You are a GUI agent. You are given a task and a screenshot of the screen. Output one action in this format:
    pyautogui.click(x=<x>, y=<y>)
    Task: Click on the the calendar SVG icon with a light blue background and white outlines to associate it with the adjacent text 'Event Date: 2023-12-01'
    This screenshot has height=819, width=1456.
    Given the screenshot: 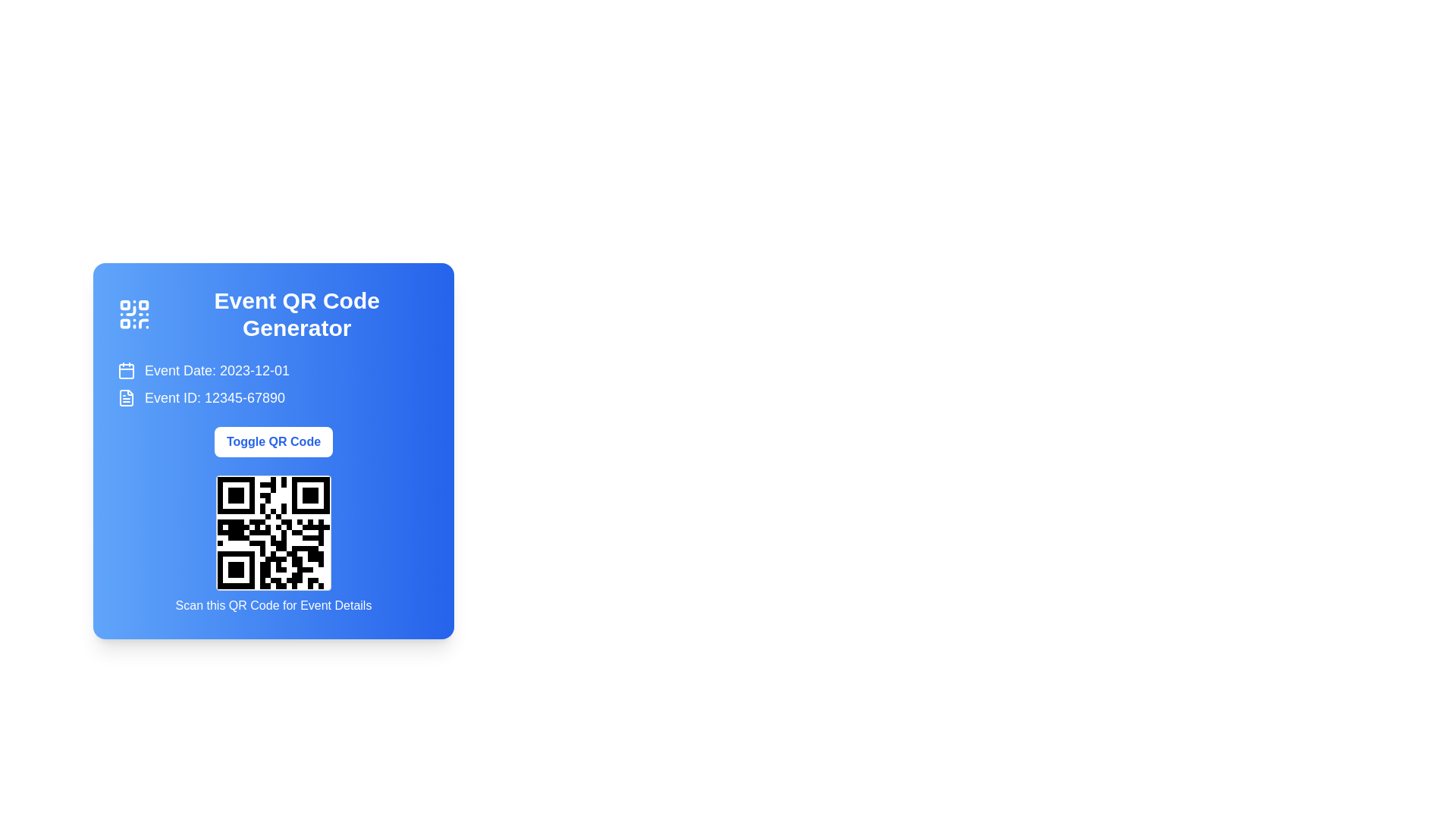 What is the action you would take?
    pyautogui.click(x=127, y=371)
    